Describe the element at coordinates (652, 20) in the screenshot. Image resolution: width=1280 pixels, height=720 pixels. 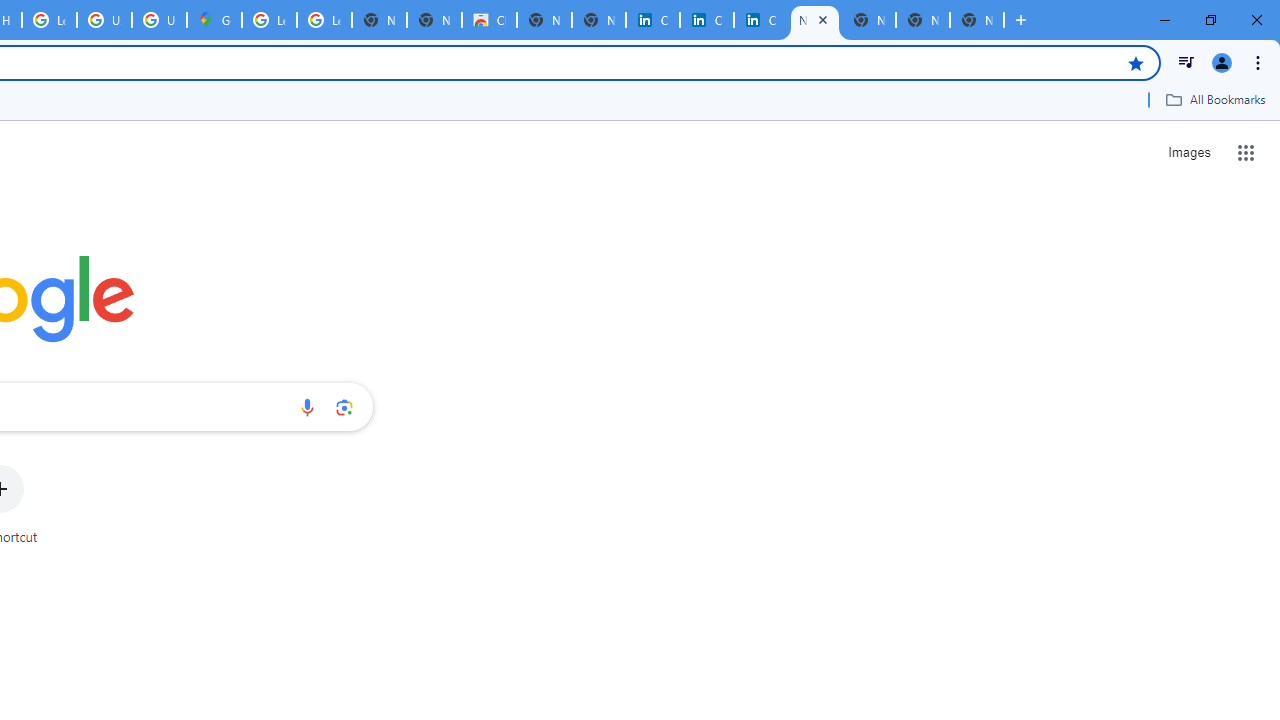
I see `'Cookie Policy | LinkedIn'` at that location.